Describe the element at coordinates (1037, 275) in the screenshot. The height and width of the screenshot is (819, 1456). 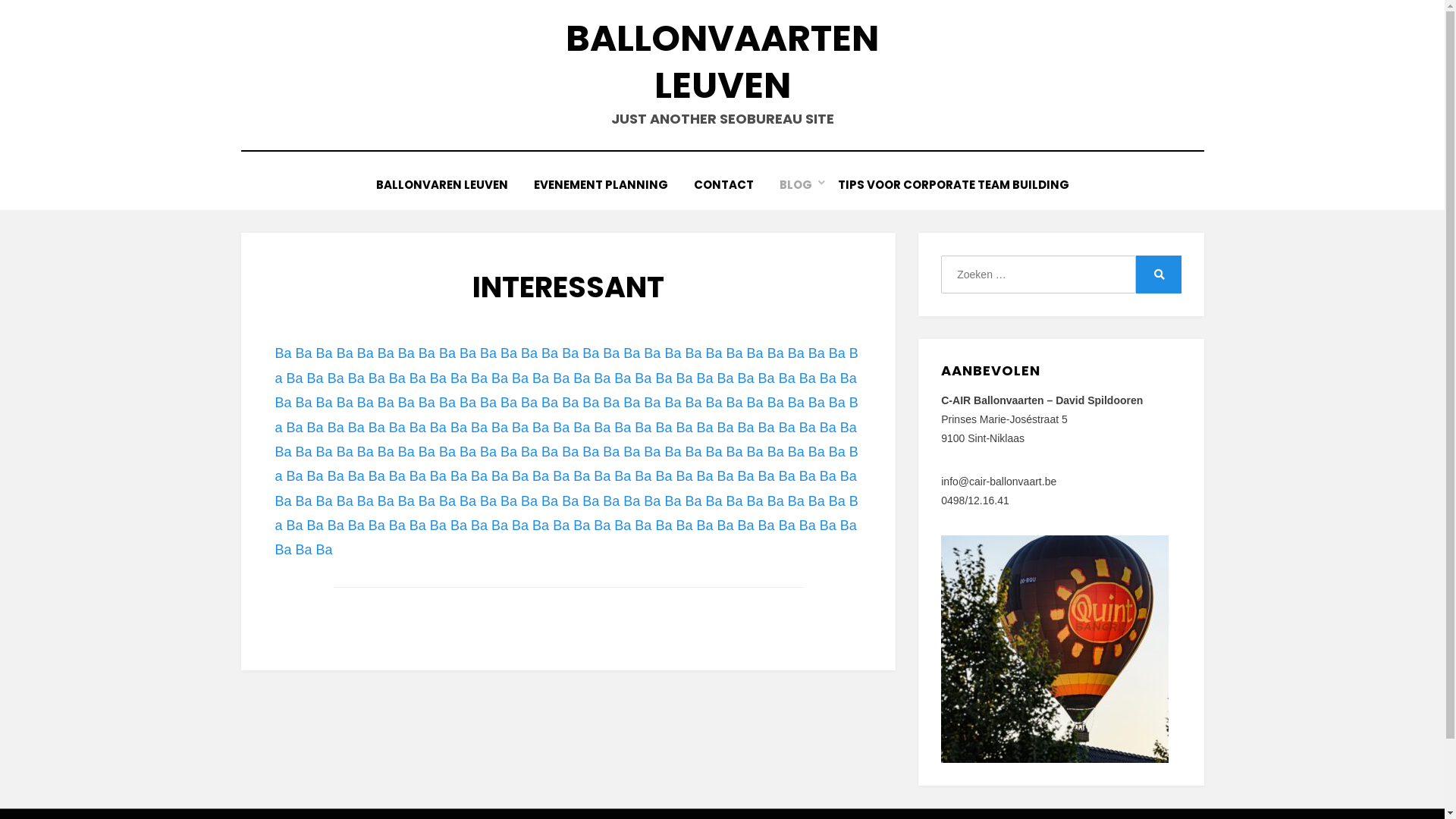
I see `'Zoeken naar:'` at that location.